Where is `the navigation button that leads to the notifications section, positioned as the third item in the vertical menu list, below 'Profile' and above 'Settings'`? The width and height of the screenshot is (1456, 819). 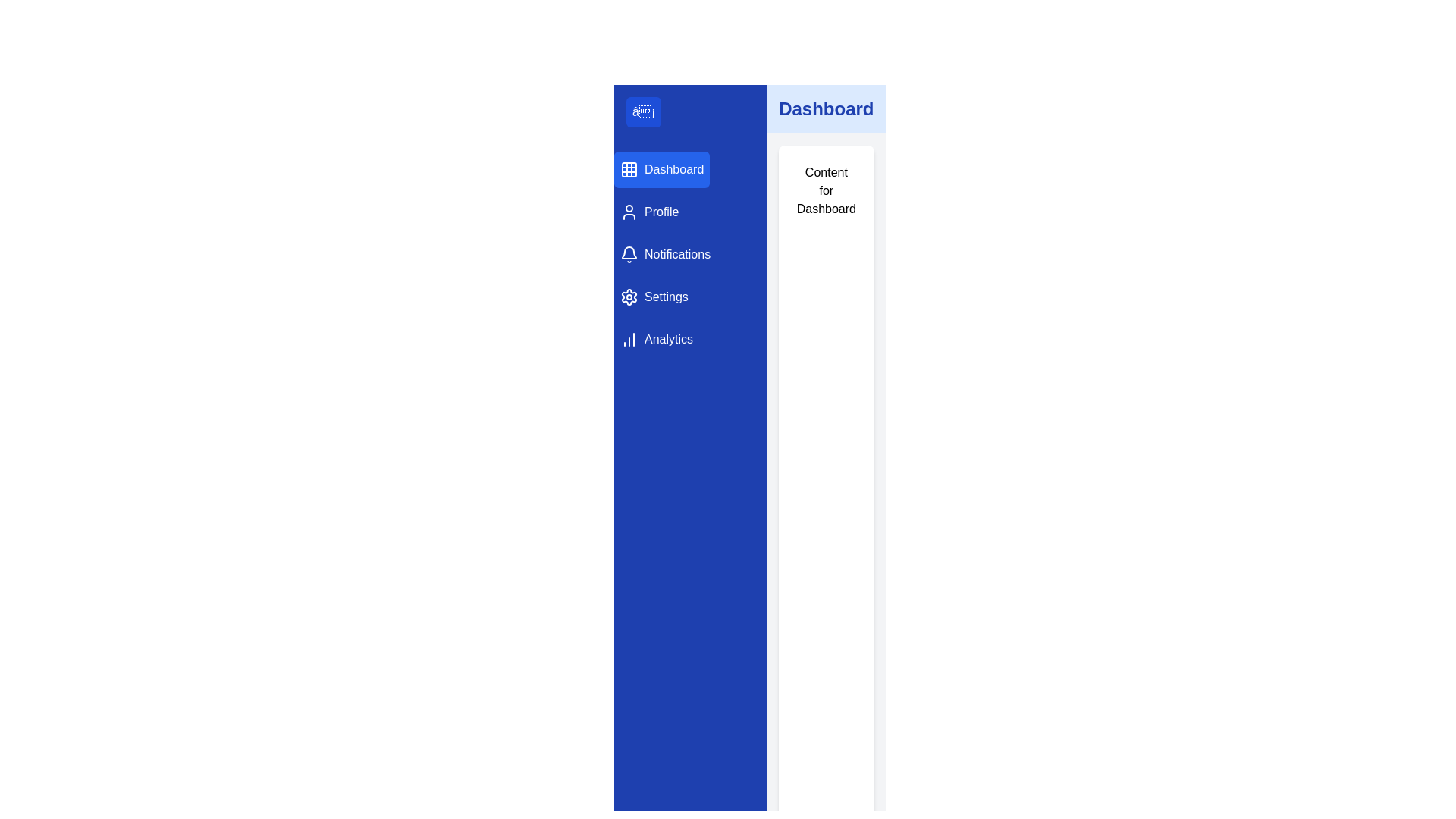
the navigation button that leads to the notifications section, positioned as the third item in the vertical menu list, below 'Profile' and above 'Settings' is located at coordinates (665, 253).